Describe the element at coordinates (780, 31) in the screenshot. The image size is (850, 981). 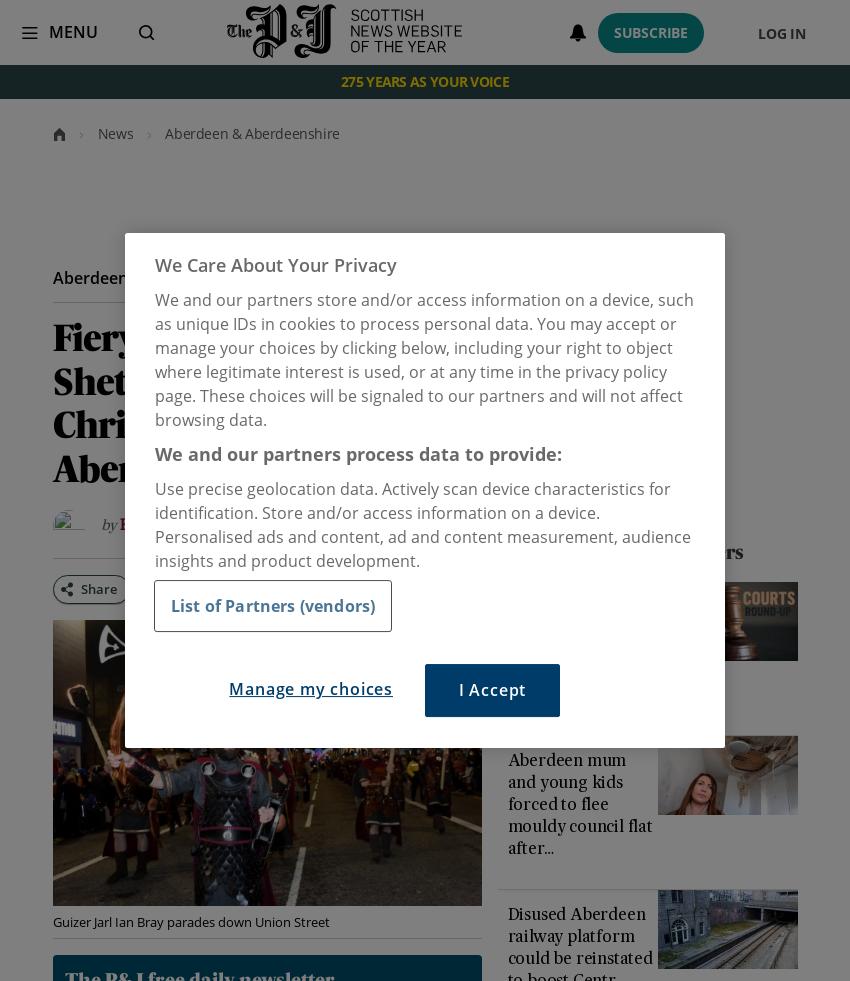
I see `'Log In'` at that location.